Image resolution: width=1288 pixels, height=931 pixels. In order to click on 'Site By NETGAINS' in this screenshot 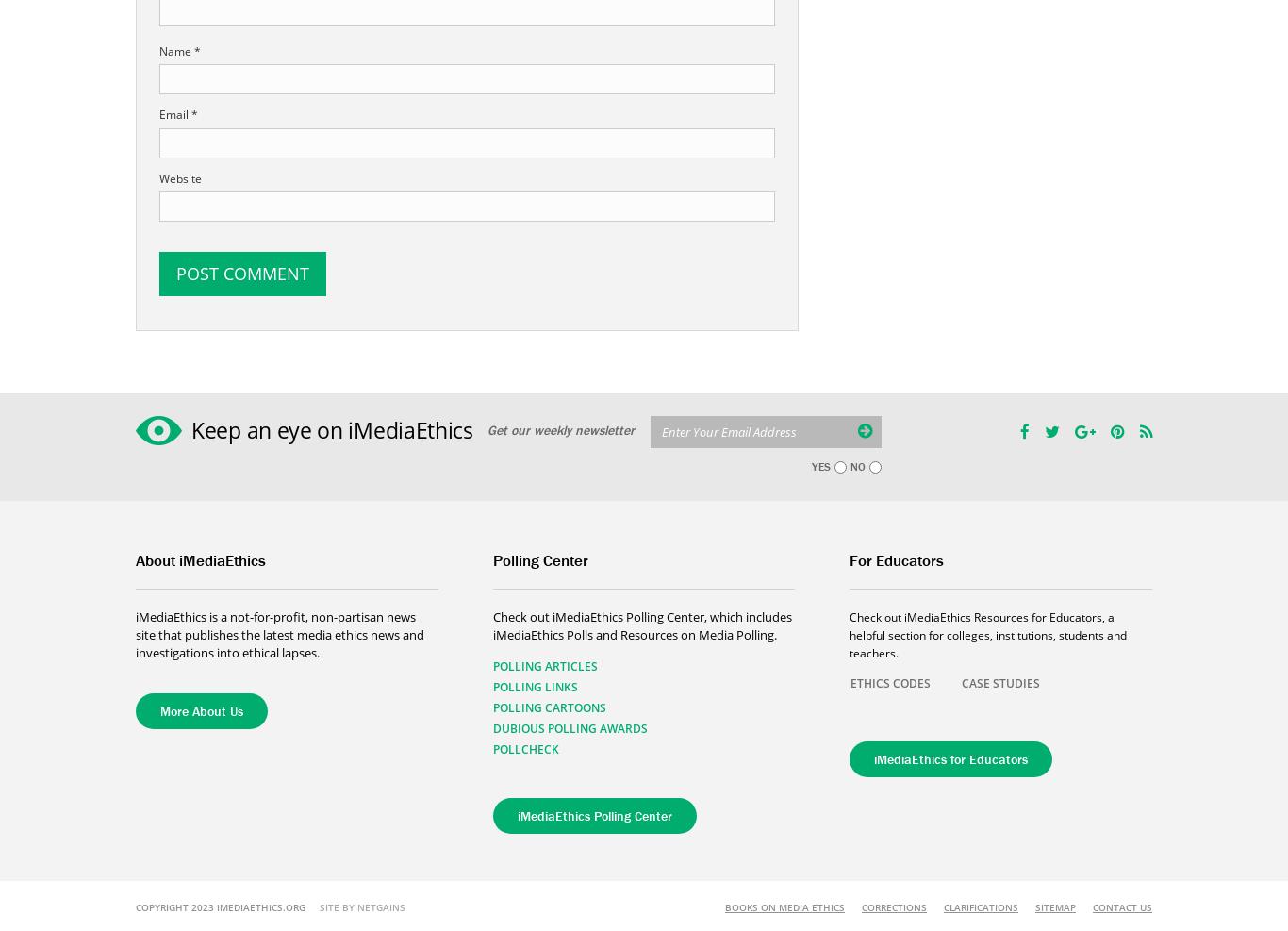, I will do `click(361, 906)`.